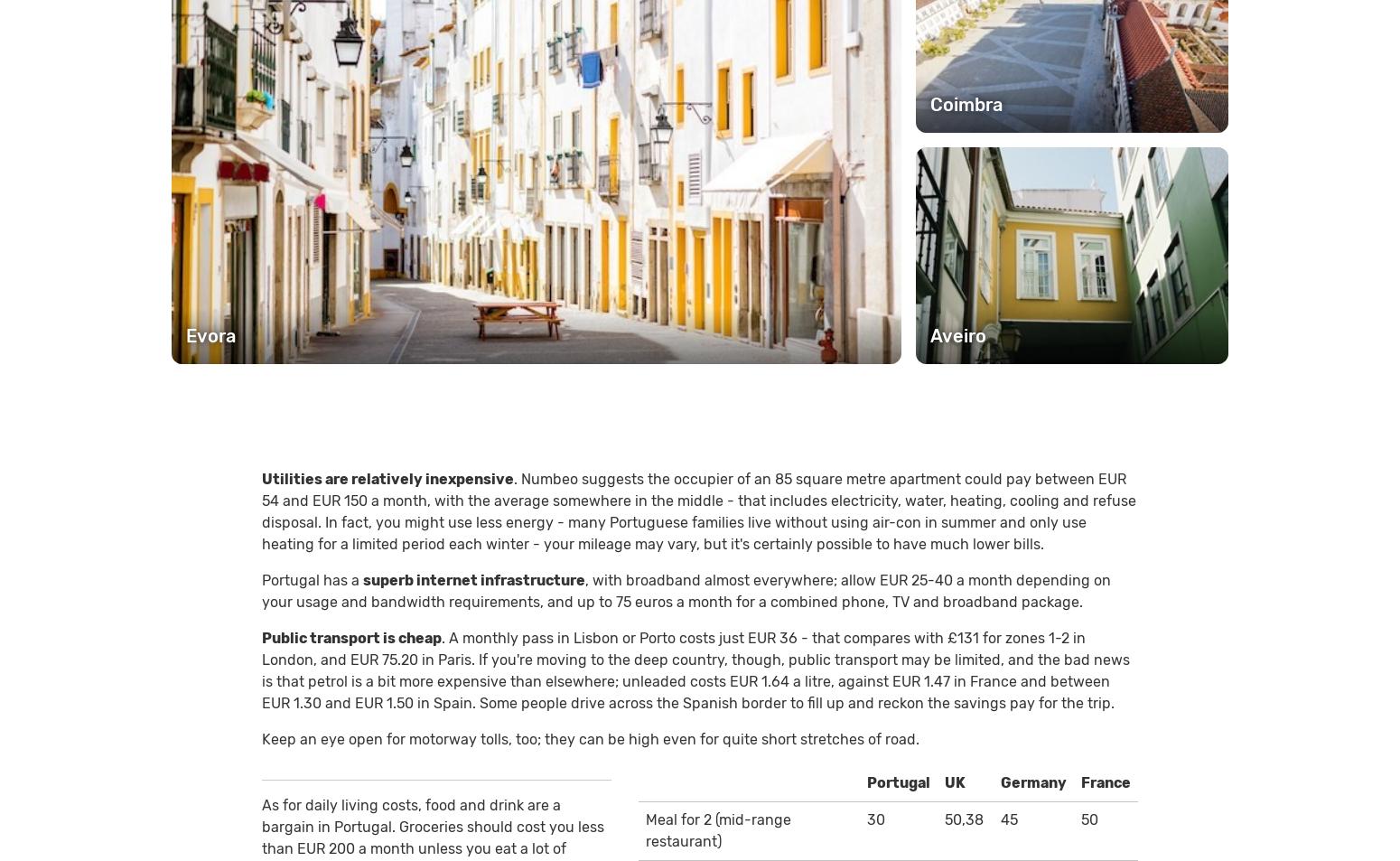 This screenshot has height=861, width=1400. Describe the element at coordinates (716, 829) in the screenshot. I see `'Meal for 2 (mid-range restaurant)'` at that location.